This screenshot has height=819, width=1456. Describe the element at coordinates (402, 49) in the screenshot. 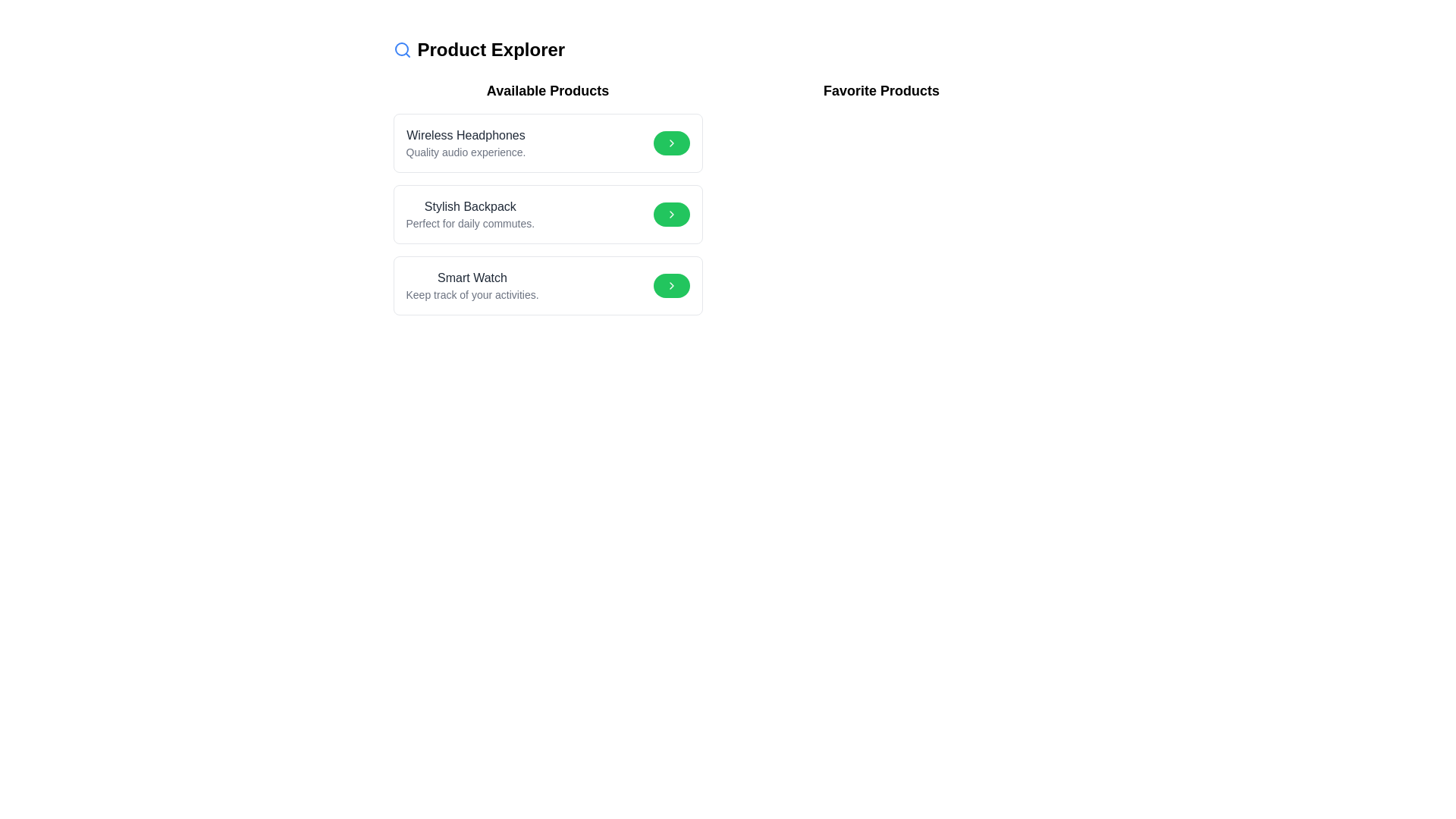

I see `the magnifying glass icon representing the 'search' functionality, located to the left of the 'Product Explorer' heading` at that location.